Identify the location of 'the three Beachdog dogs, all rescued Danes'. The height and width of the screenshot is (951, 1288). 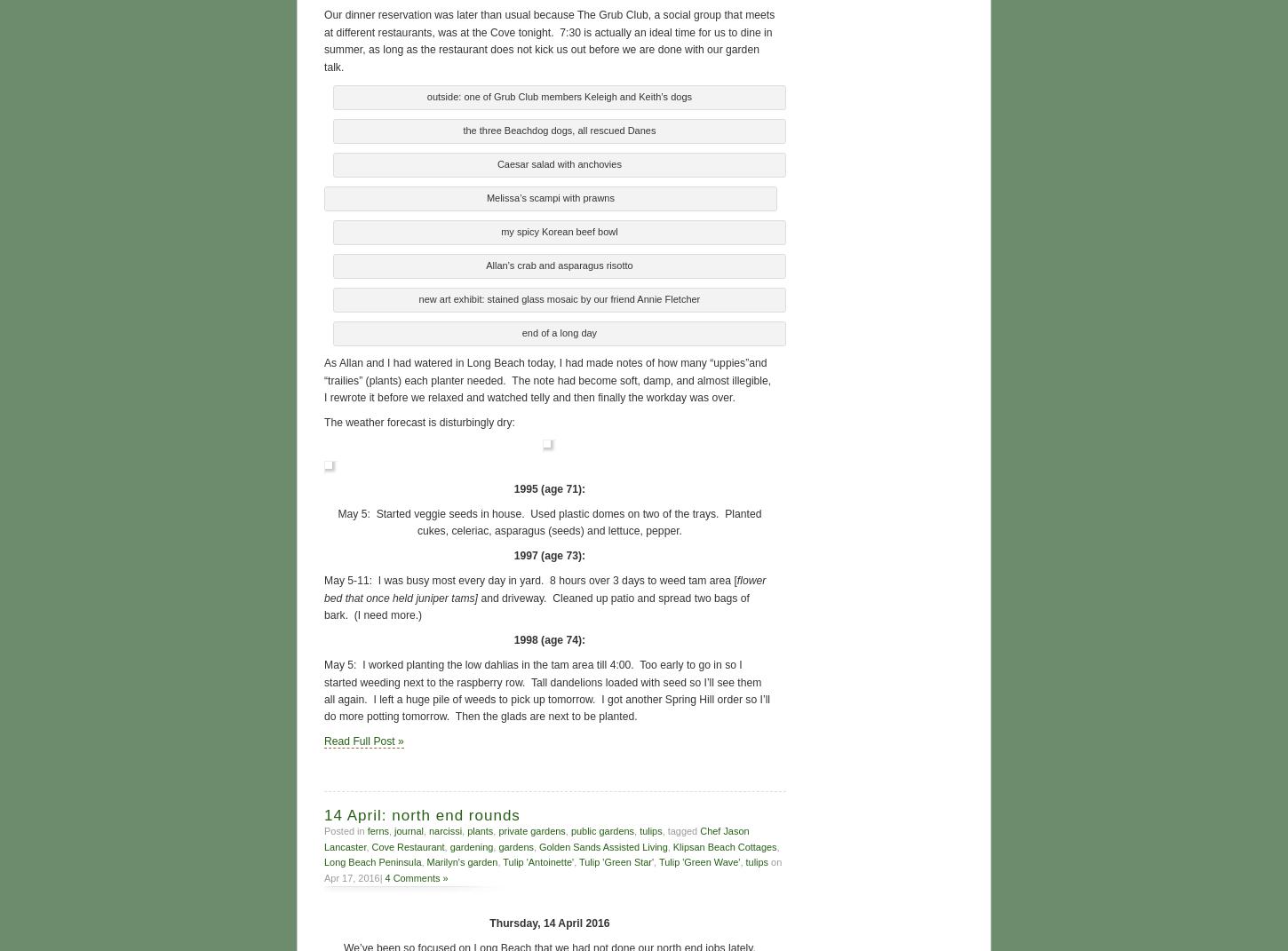
(558, 129).